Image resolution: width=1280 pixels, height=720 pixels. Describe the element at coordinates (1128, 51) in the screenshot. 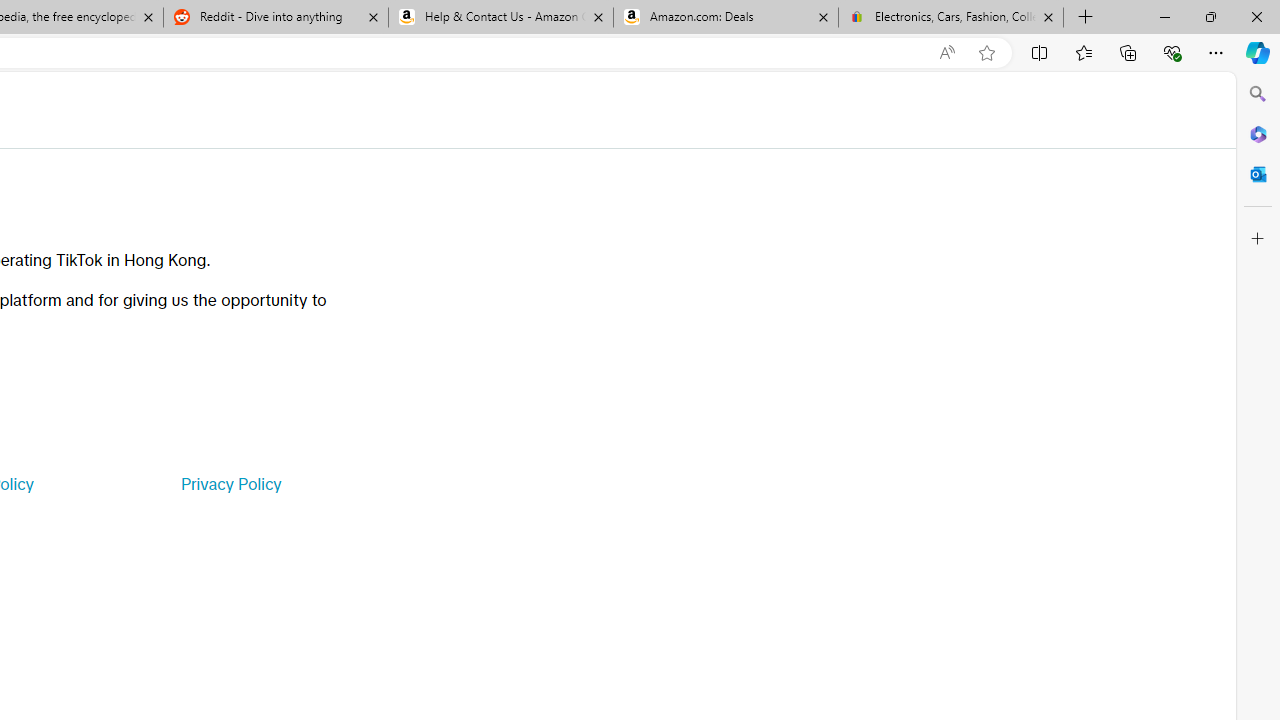

I see `'Collections'` at that location.